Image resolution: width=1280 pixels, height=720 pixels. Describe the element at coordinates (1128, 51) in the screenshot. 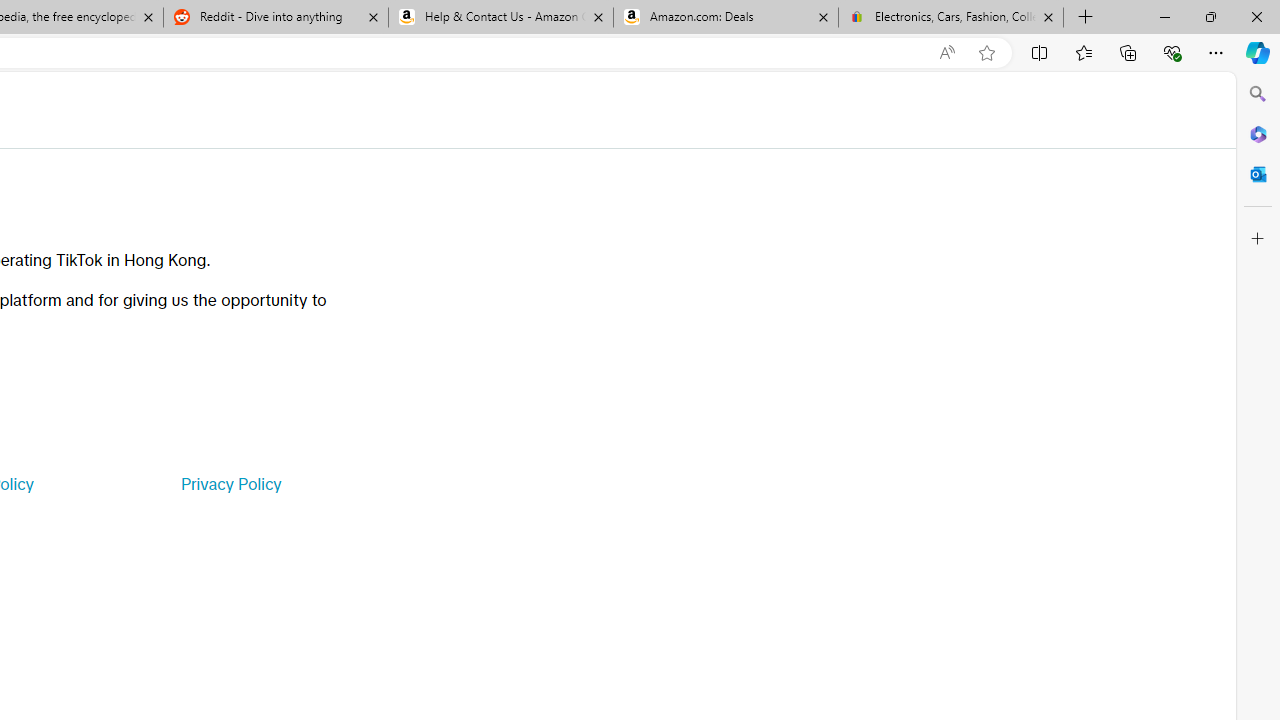

I see `'Collections'` at that location.